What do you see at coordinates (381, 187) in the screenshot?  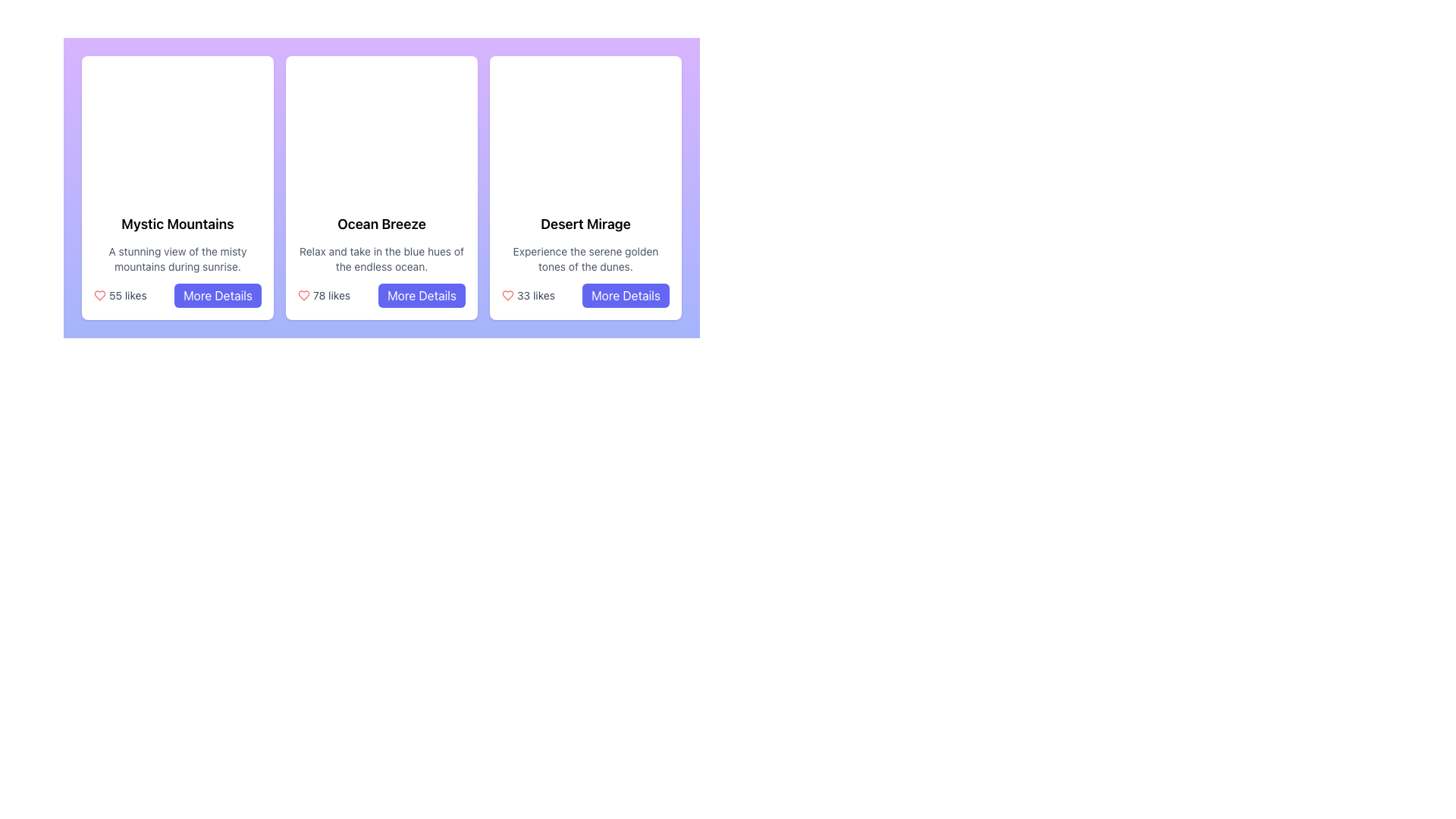 I see `the Informational Card for 'Ocean Breeze', which is the second card in a horizontal grid layout between 'Mystic Mountains' and 'Desert Mirage'` at bounding box center [381, 187].